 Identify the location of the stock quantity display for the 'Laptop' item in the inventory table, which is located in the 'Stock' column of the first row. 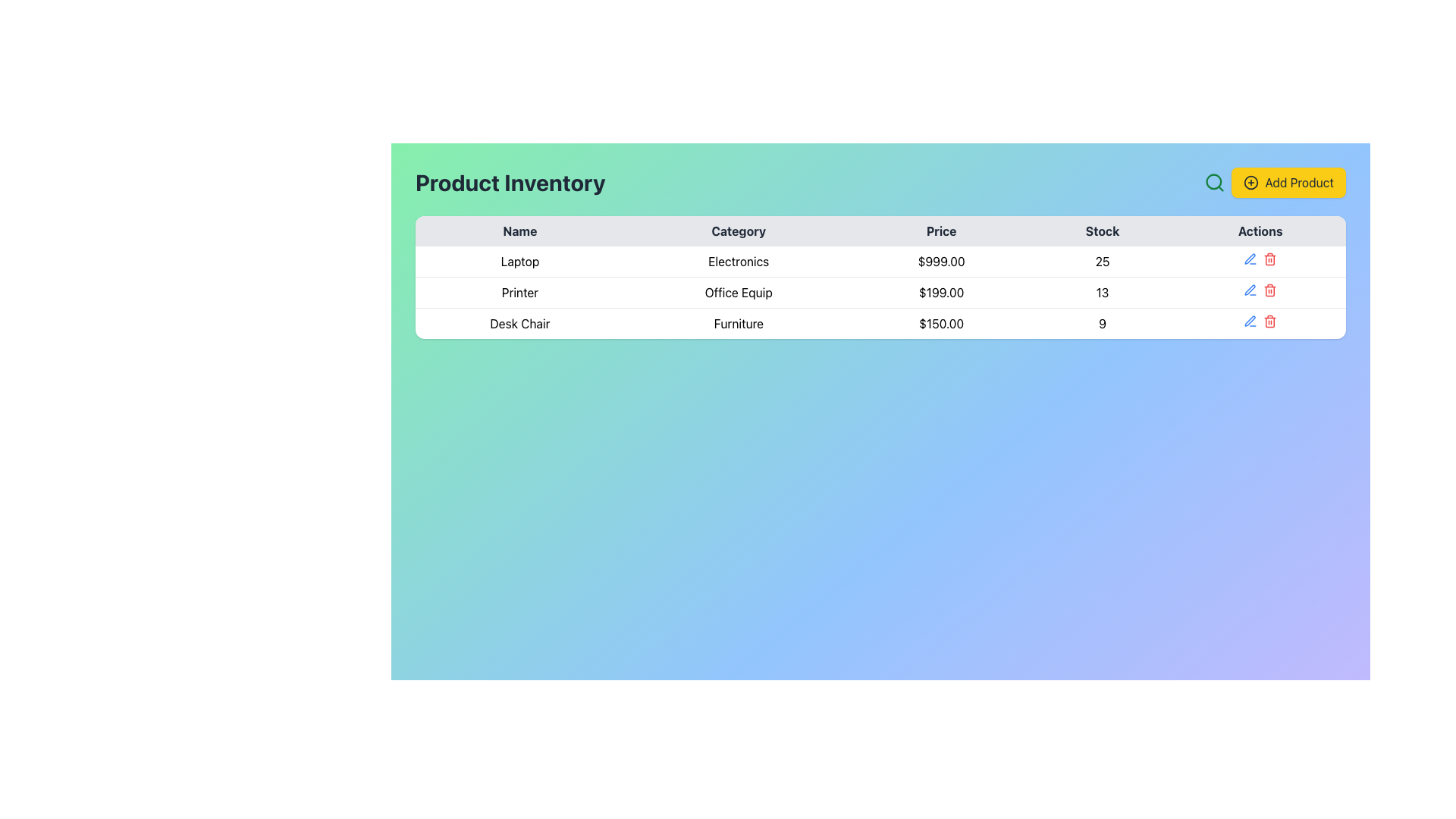
(1103, 261).